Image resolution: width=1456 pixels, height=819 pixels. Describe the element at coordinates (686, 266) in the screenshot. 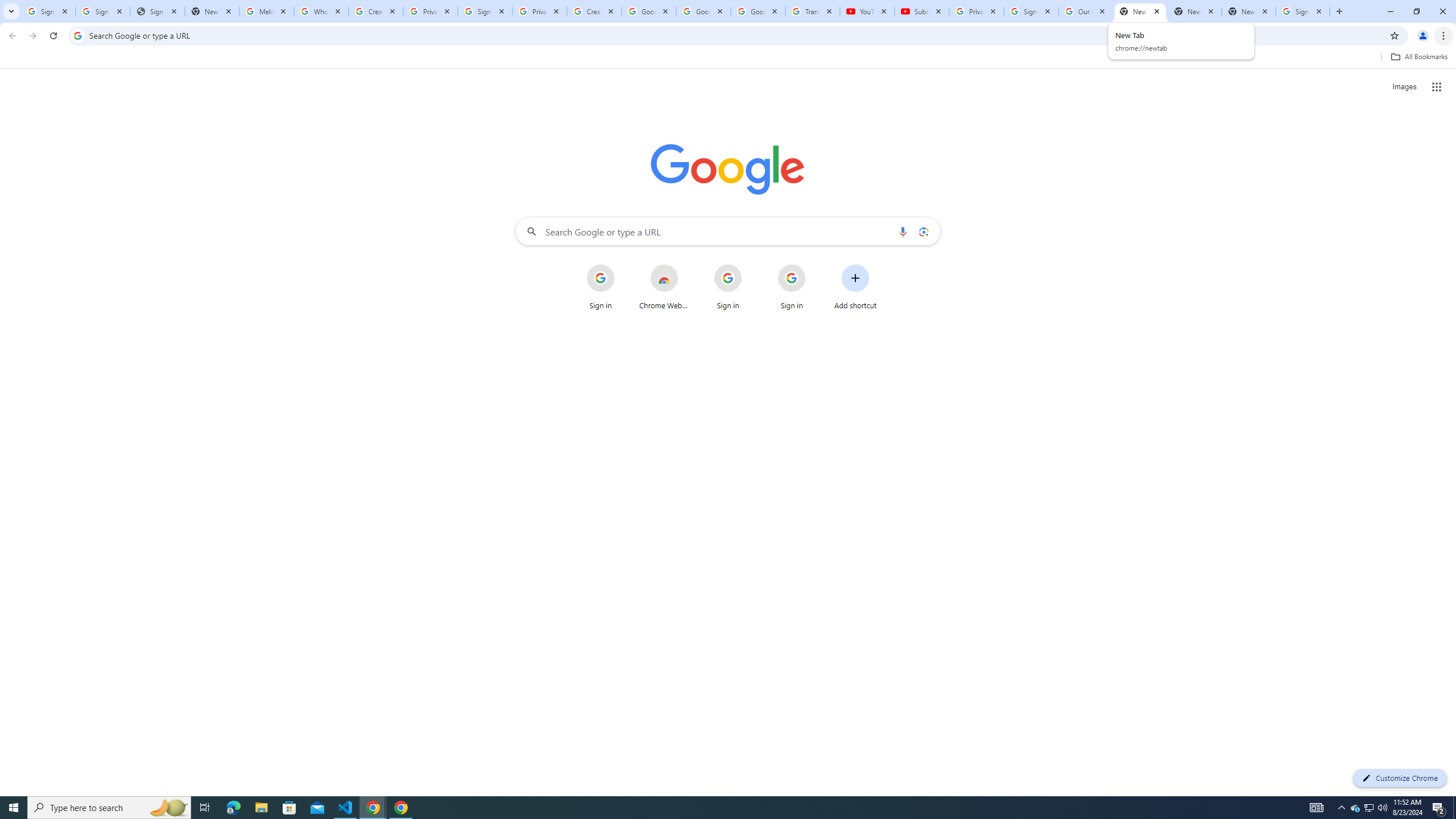

I see `'More actions for Chrome Web Store shortcut'` at that location.